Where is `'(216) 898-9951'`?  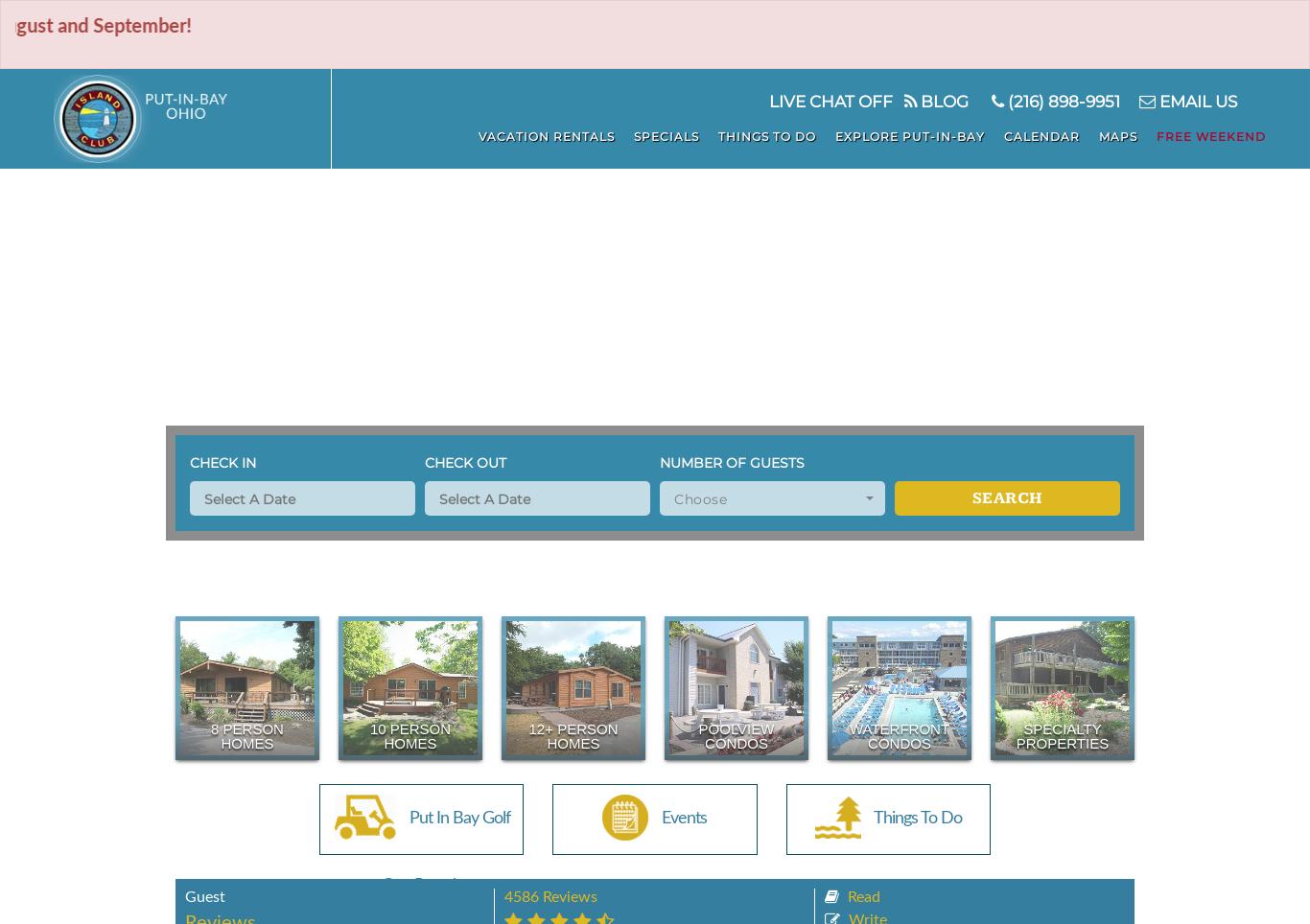 '(216) 898-9951' is located at coordinates (1057, 101).